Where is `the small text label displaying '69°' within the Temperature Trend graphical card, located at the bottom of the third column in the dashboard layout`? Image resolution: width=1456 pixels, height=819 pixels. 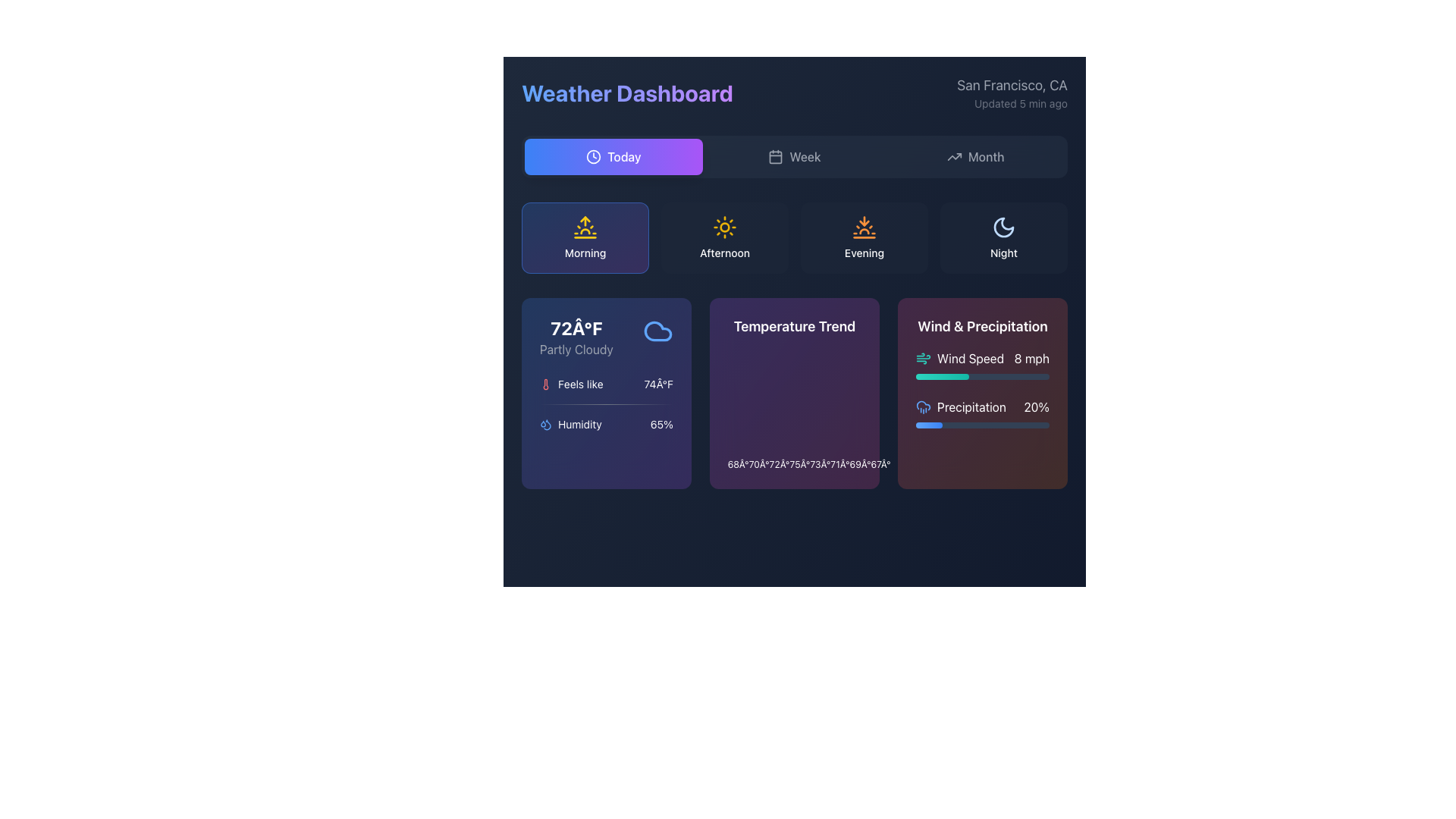 the small text label displaying '69°' within the Temperature Trend graphical card, located at the bottom of the third column in the dashboard layout is located at coordinates (860, 464).